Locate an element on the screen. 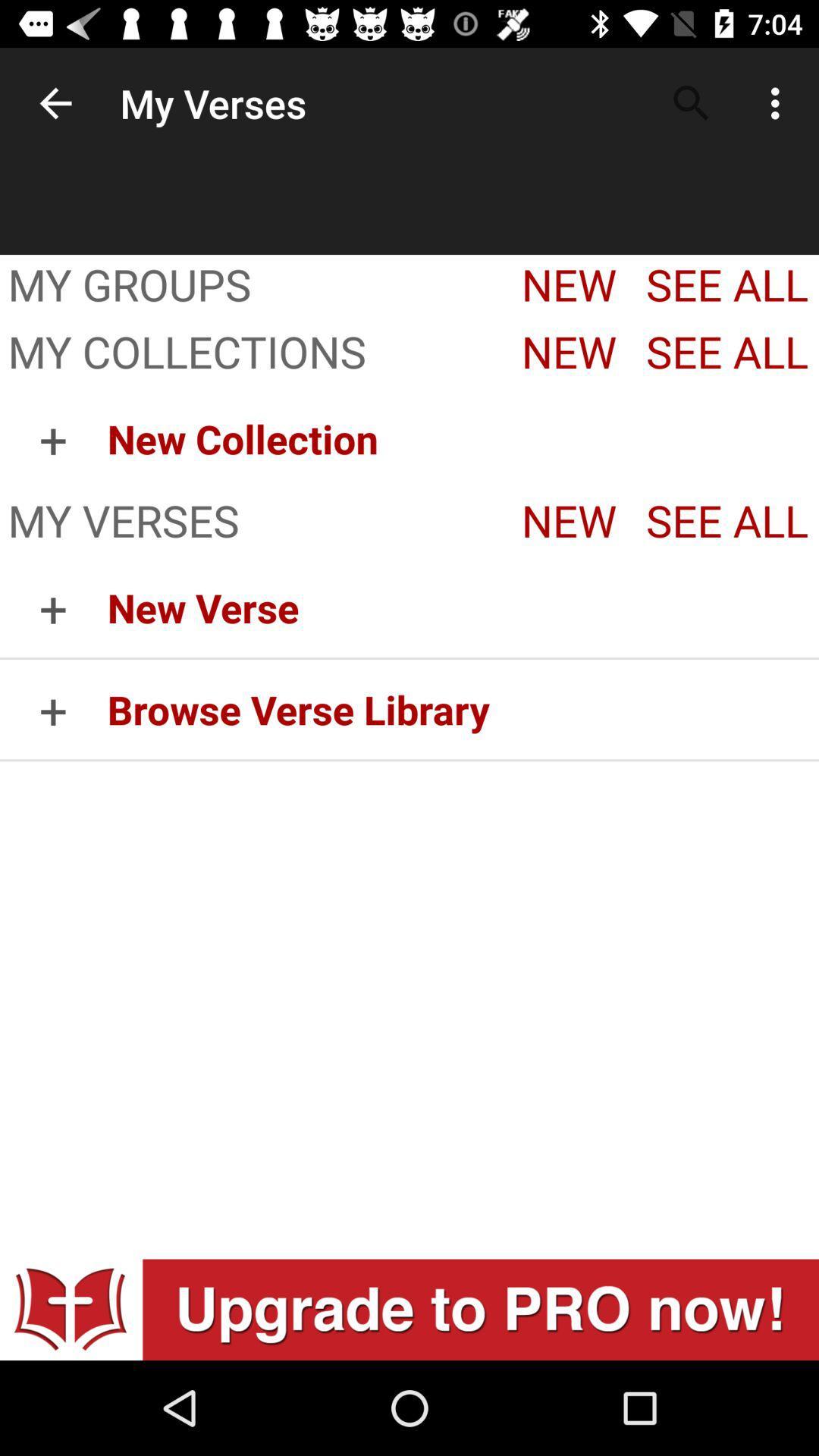  item next to the  new  app is located at coordinates (250, 353).